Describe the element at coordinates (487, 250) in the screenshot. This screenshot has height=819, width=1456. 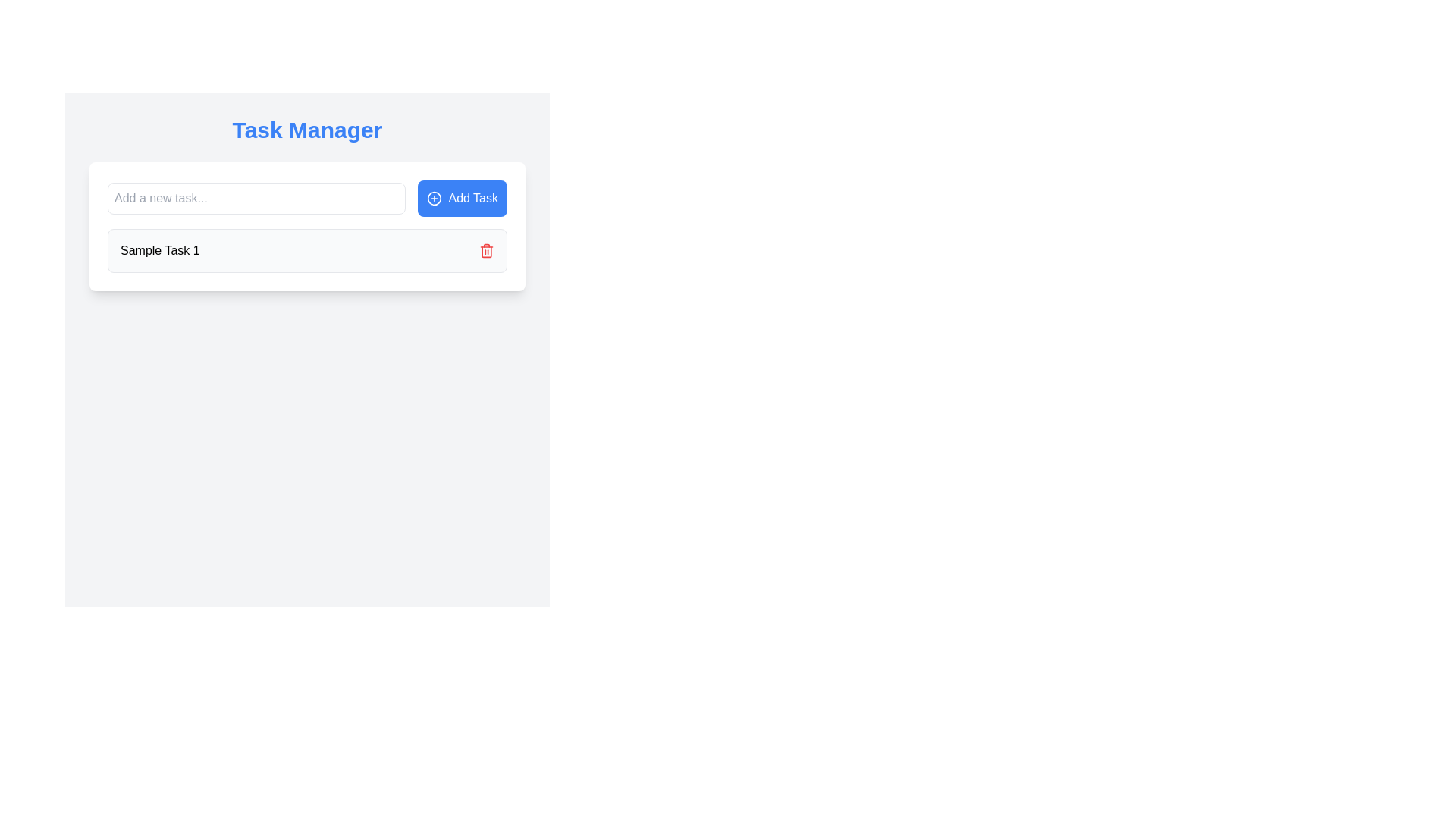
I see `the red-colored trash bin icon button for keyboard accessibility` at that location.